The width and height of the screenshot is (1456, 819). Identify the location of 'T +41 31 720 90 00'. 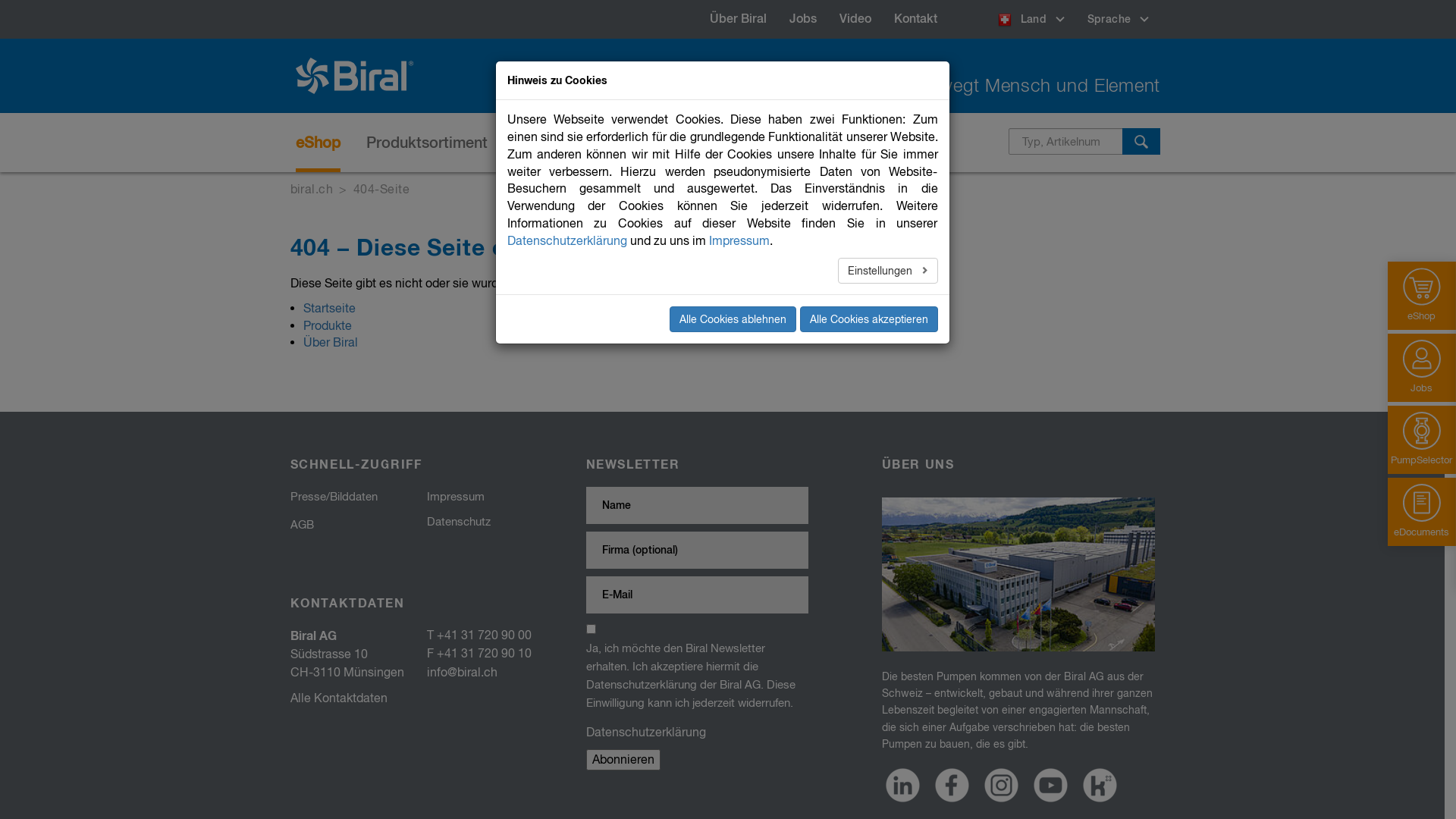
(477, 635).